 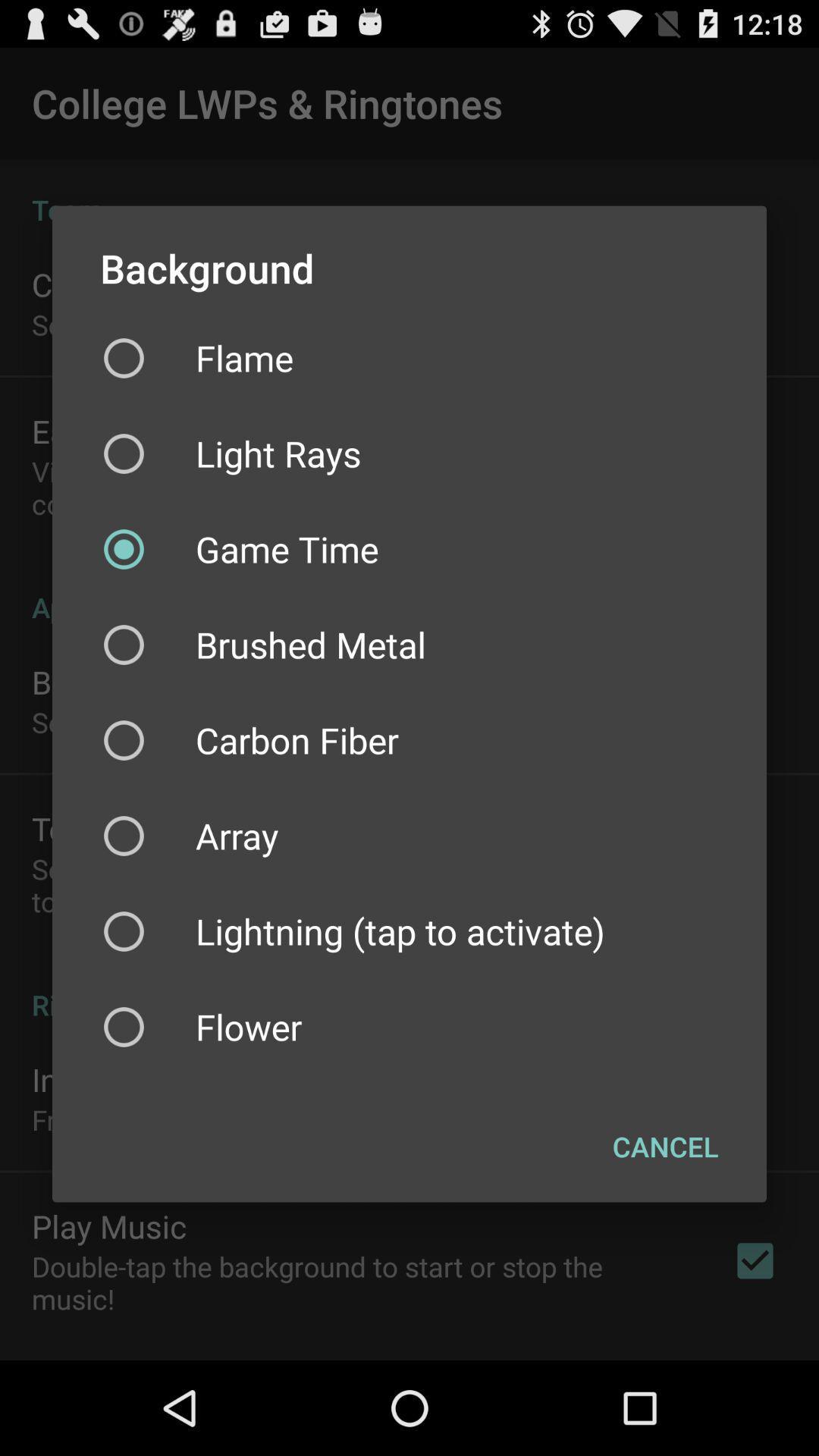 I want to click on the button at the bottom right corner, so click(x=664, y=1147).